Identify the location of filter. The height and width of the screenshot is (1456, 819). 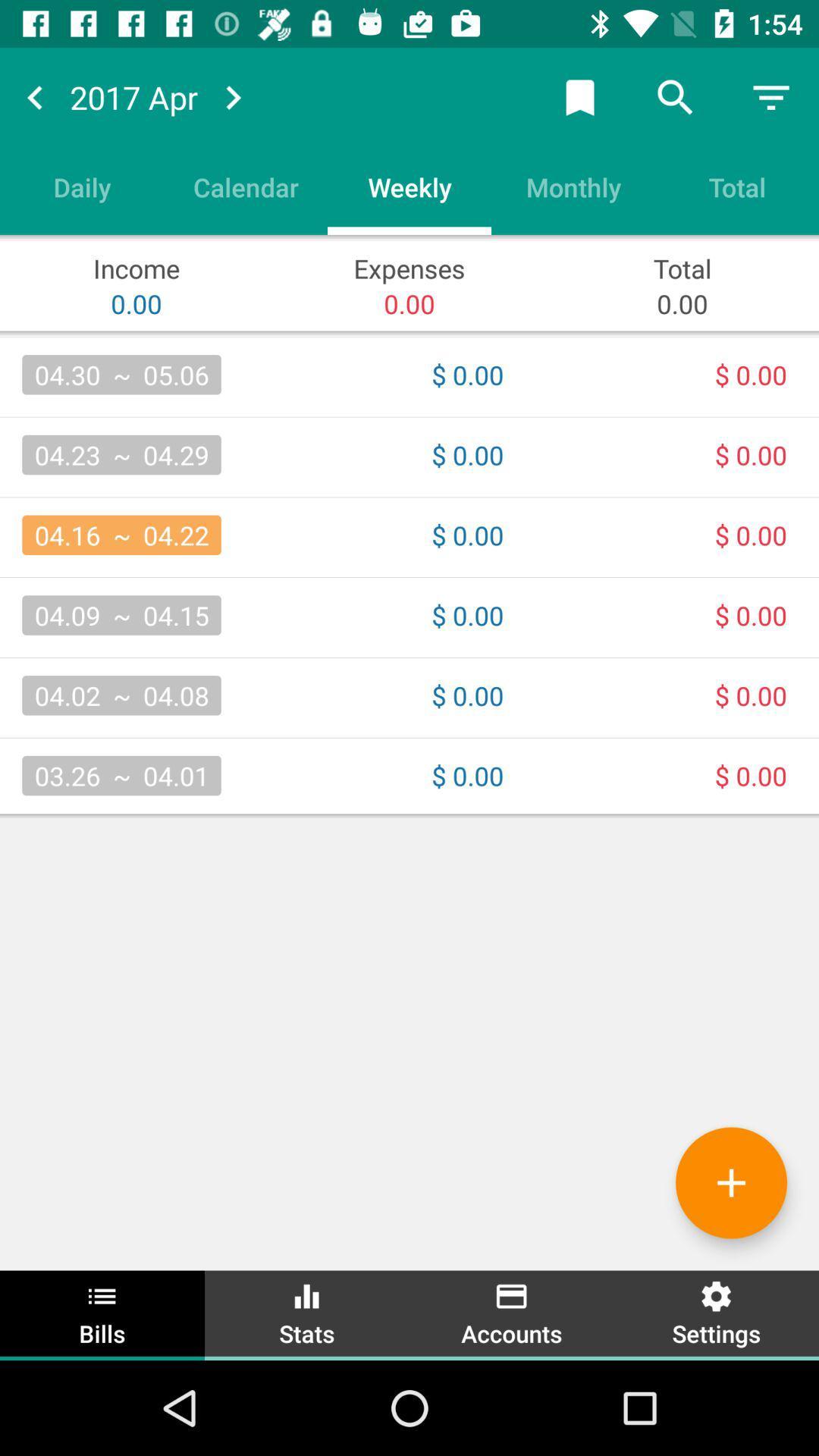
(771, 96).